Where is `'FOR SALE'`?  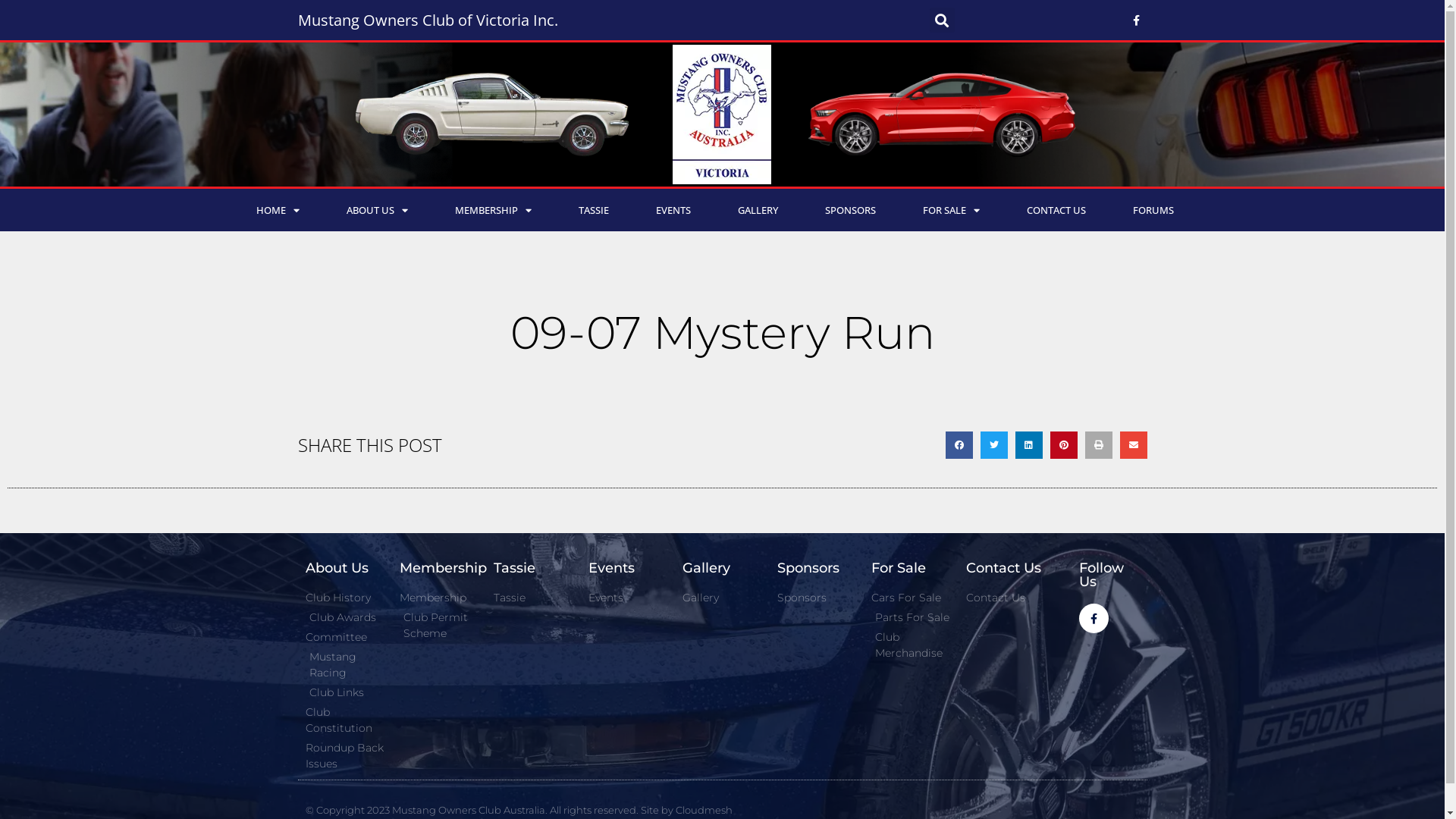 'FOR SALE' is located at coordinates (950, 210).